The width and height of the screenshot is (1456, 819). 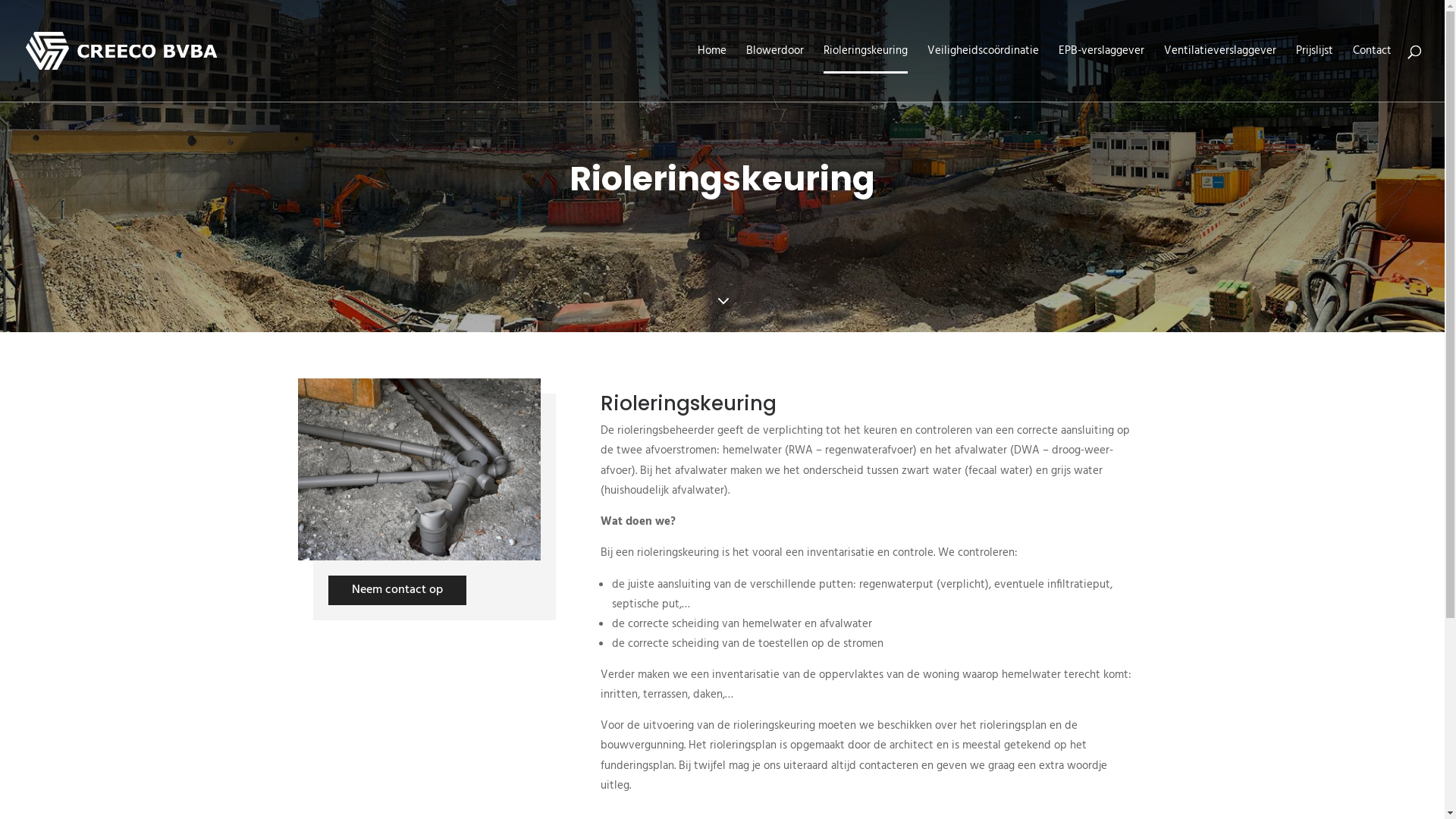 I want to click on 'Blowerdoor', so click(x=745, y=73).